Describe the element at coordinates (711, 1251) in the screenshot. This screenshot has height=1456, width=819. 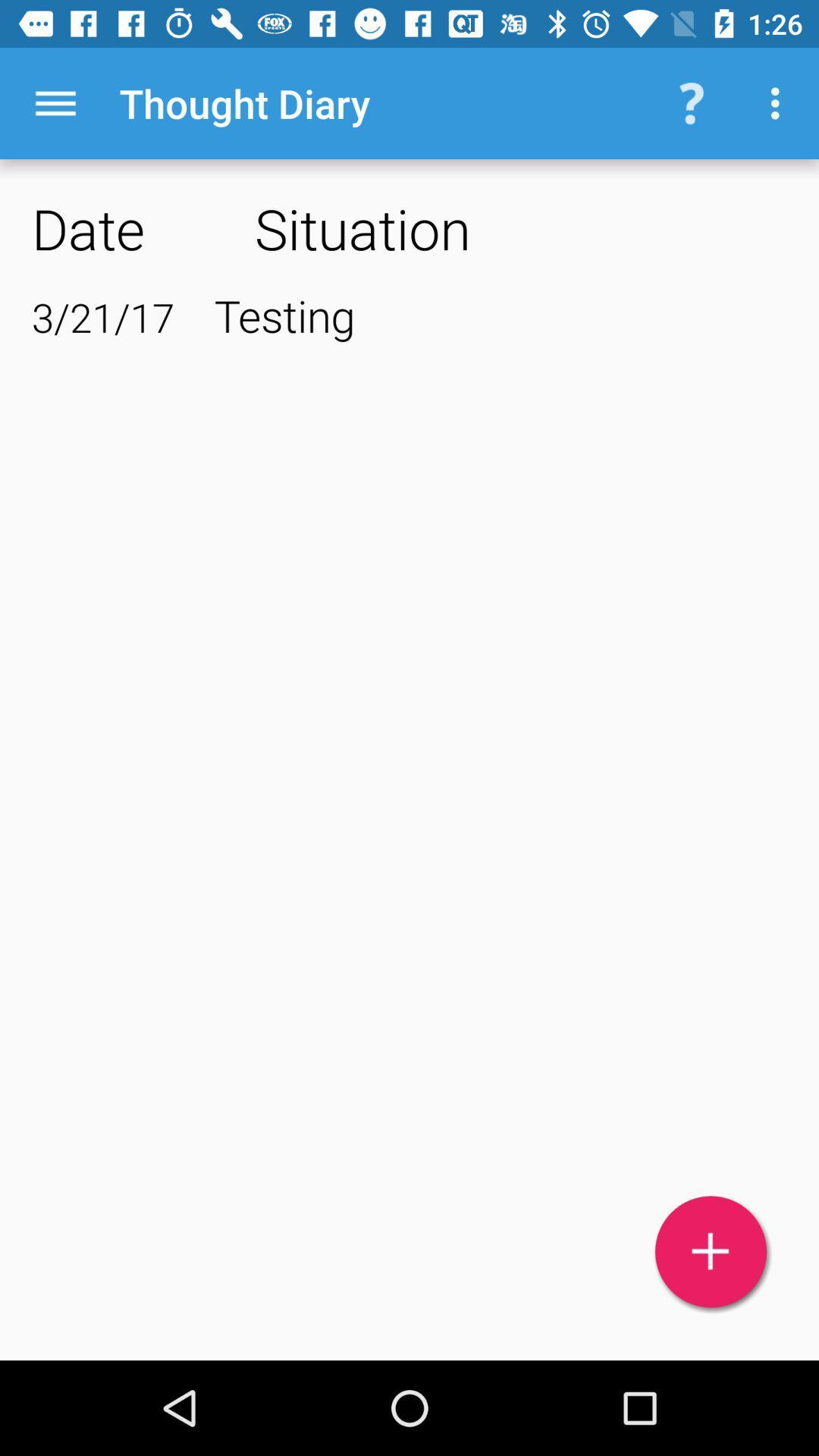
I see `the item at the bottom right corner` at that location.